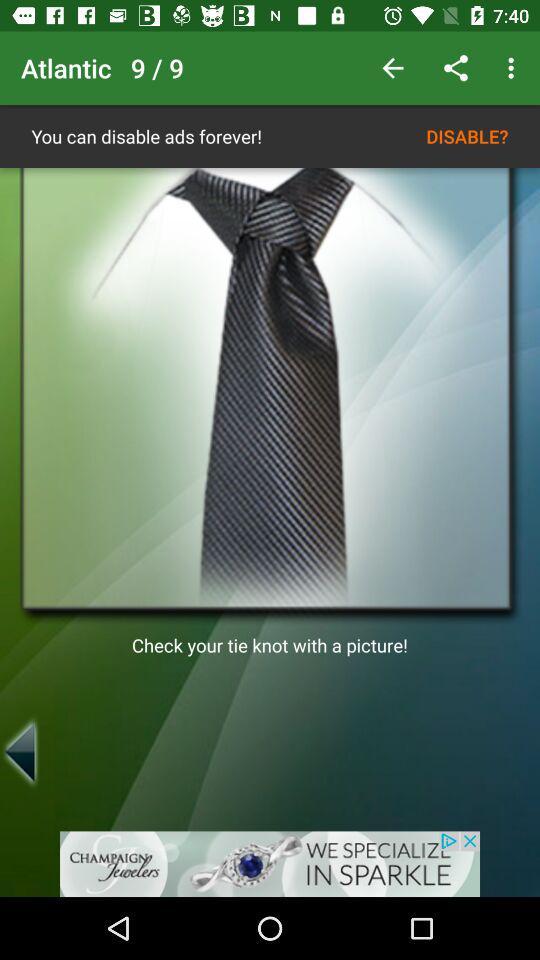 The width and height of the screenshot is (540, 960). What do you see at coordinates (270, 863) in the screenshot?
I see `this is an advertisement` at bounding box center [270, 863].